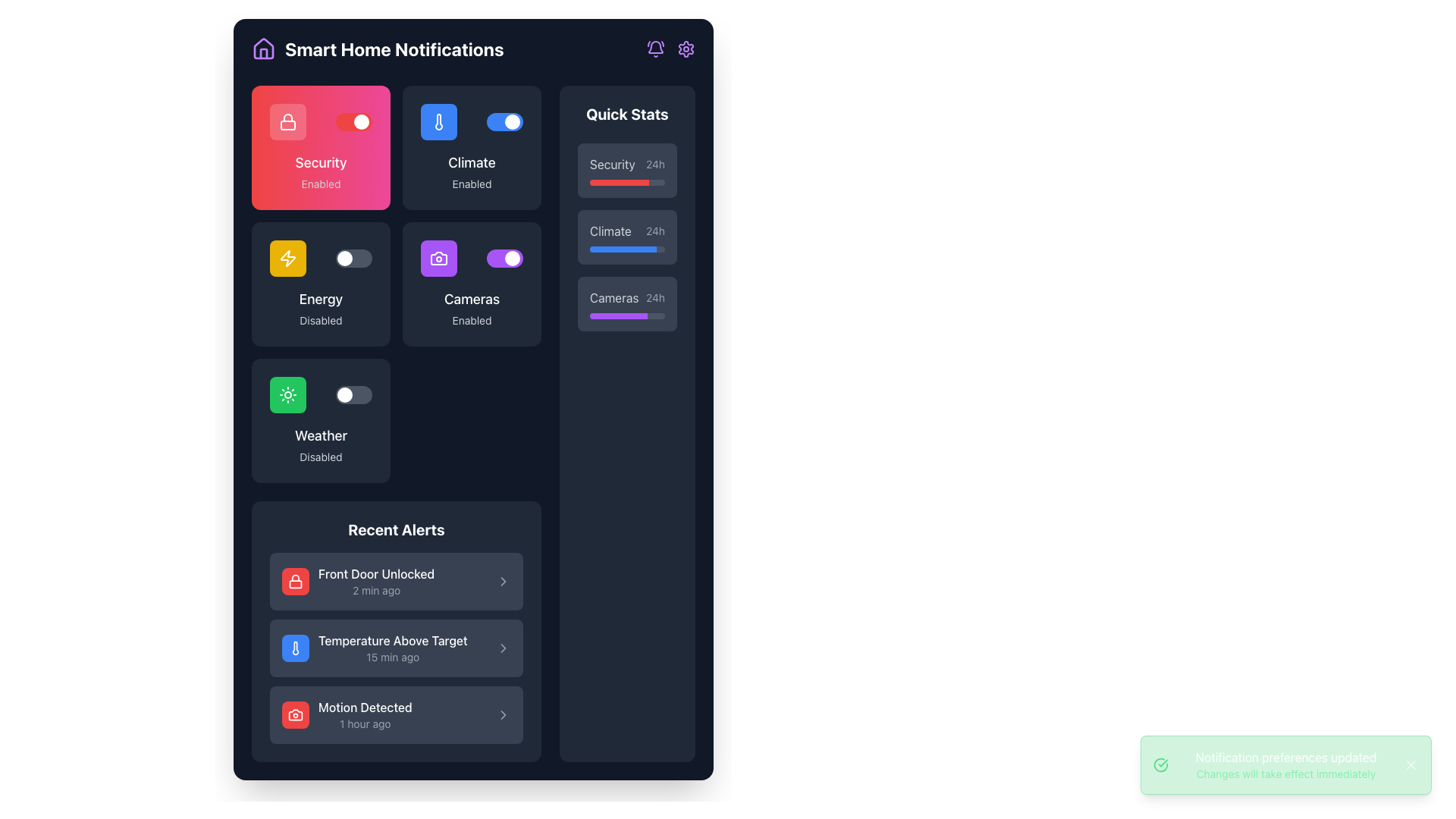 The image size is (1456, 819). What do you see at coordinates (287, 394) in the screenshot?
I see `the green icon-based button with a white sun icon, located at the bottom-left of the button panel adjacent to the 'Weather' label` at bounding box center [287, 394].